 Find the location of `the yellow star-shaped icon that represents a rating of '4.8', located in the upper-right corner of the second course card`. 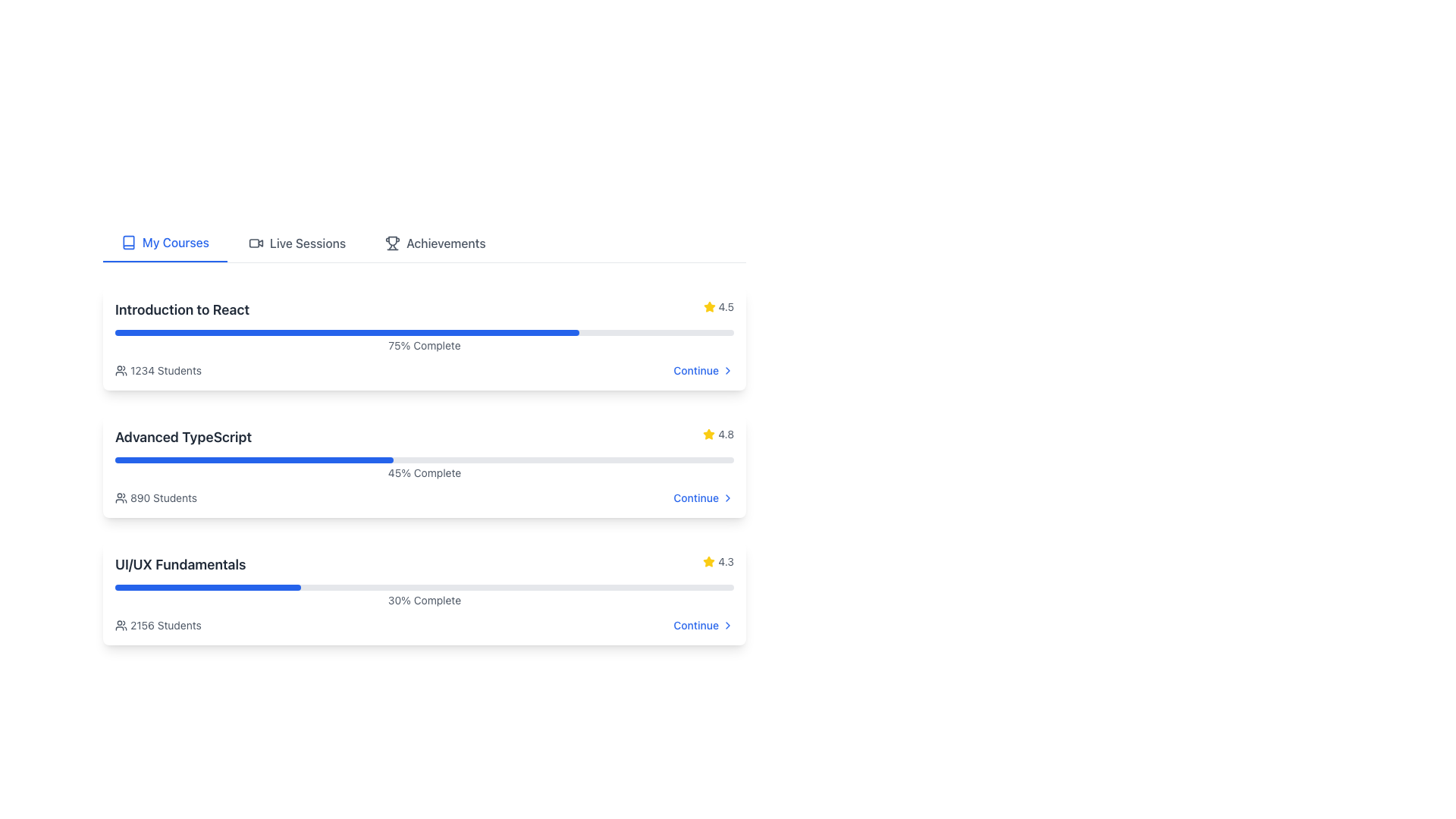

the yellow star-shaped icon that represents a rating of '4.8', located in the upper-right corner of the second course card is located at coordinates (708, 435).